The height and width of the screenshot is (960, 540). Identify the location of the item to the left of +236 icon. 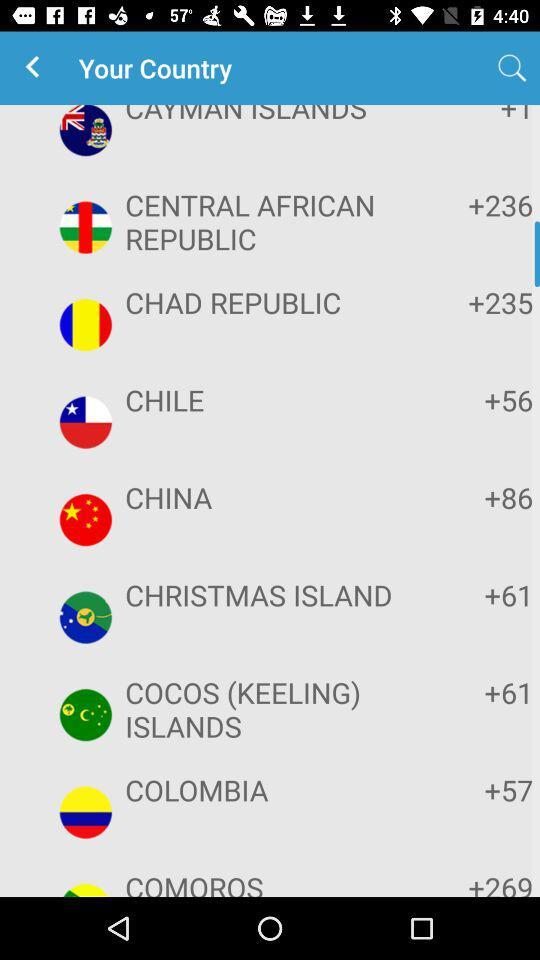
(267, 221).